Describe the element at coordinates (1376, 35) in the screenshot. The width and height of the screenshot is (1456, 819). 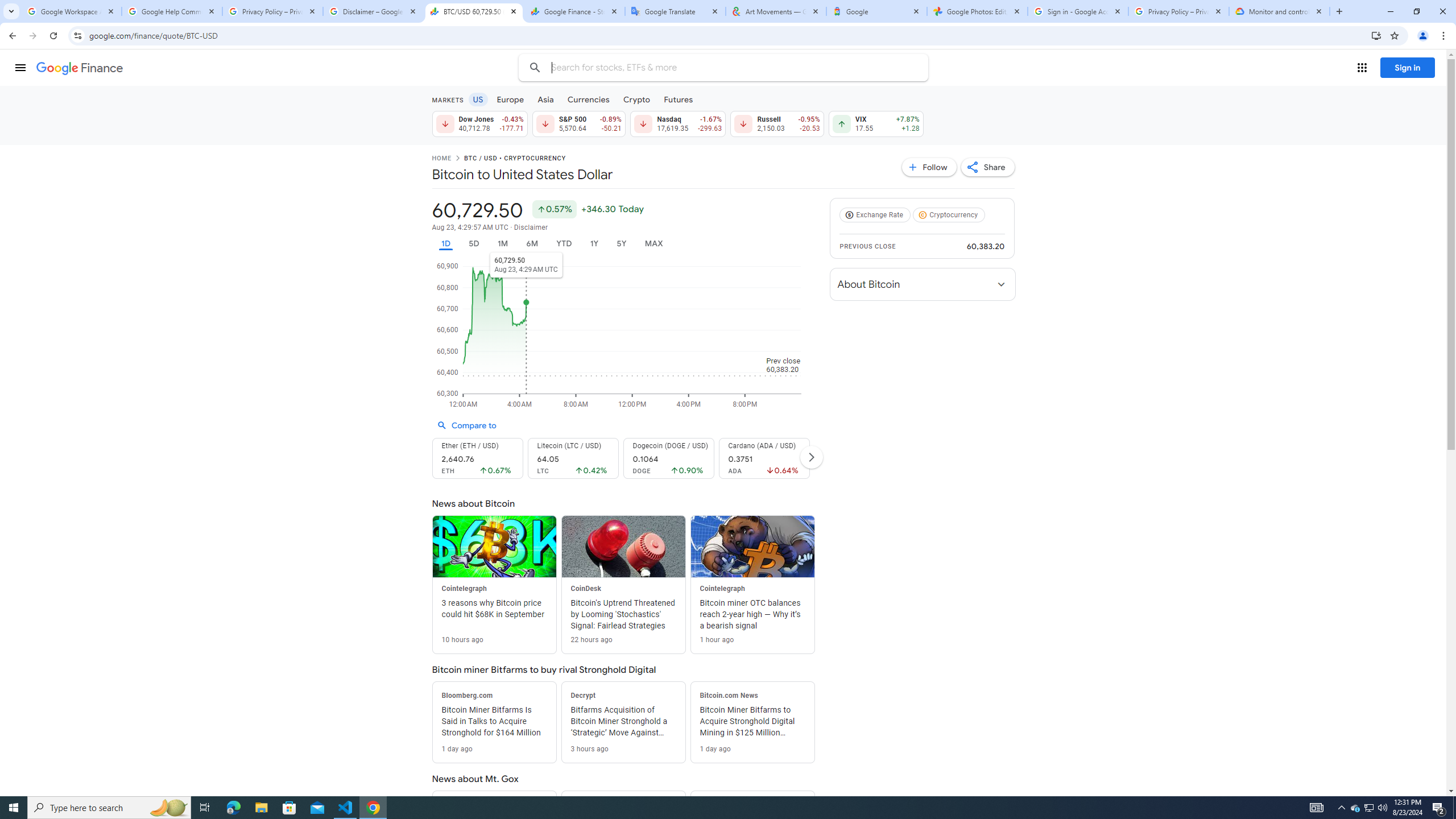
I see `'Install Google Finance'` at that location.